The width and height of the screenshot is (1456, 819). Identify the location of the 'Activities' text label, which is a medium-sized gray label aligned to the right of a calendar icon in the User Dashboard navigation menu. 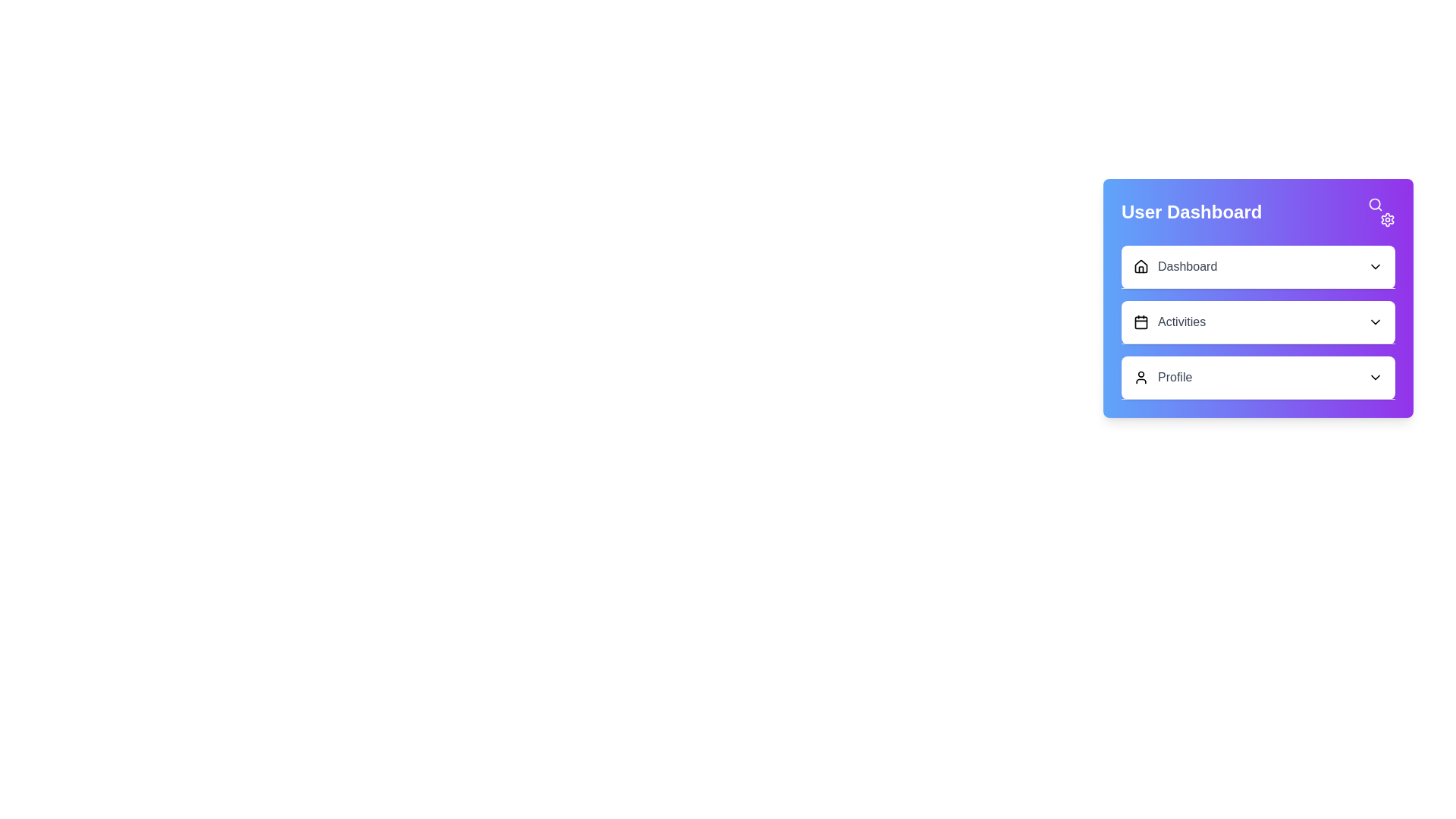
(1181, 321).